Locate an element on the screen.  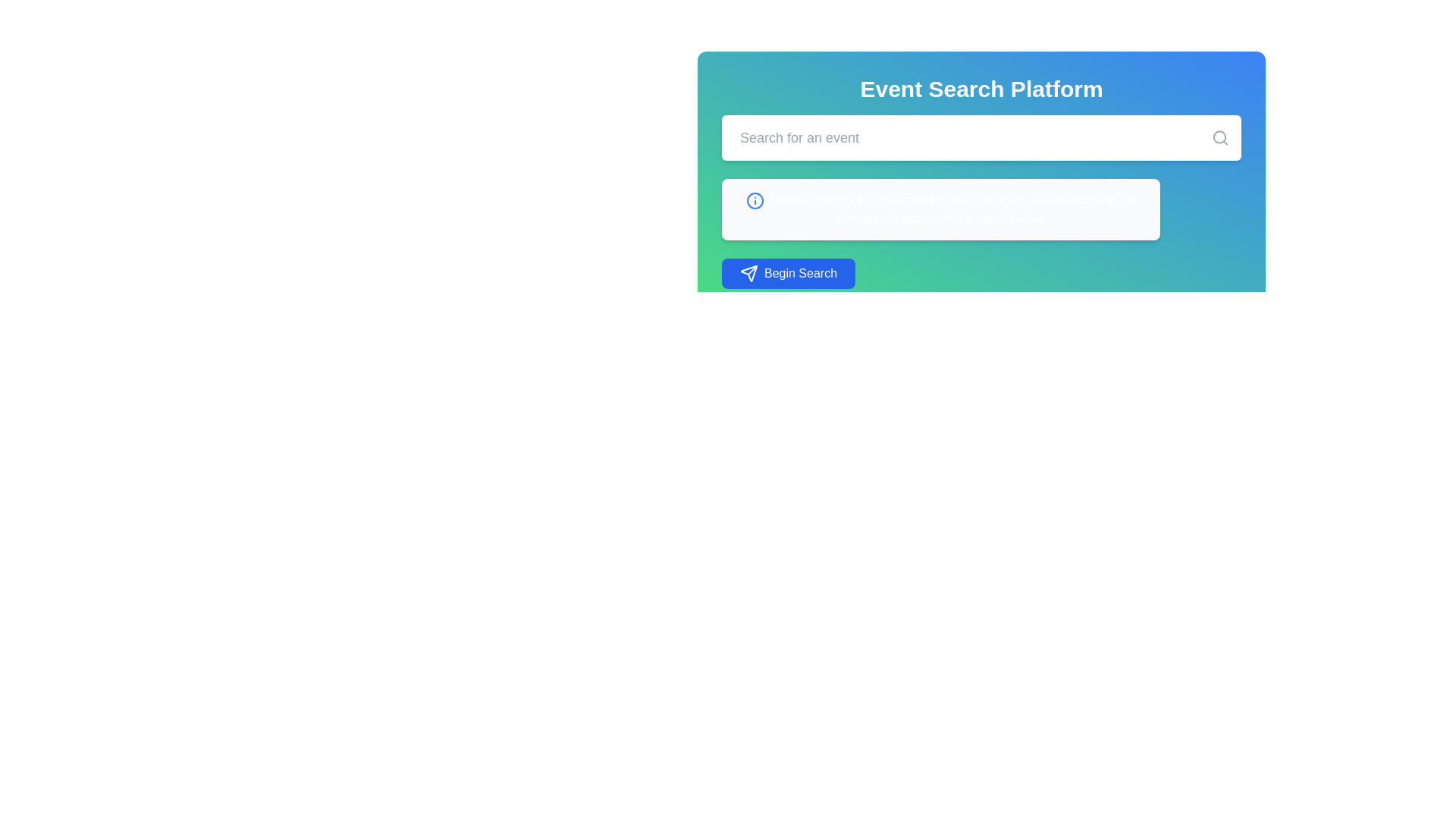
the circular light gray icon located on the right side of the search icon within the top bar of the interactive panel is located at coordinates (1219, 137).